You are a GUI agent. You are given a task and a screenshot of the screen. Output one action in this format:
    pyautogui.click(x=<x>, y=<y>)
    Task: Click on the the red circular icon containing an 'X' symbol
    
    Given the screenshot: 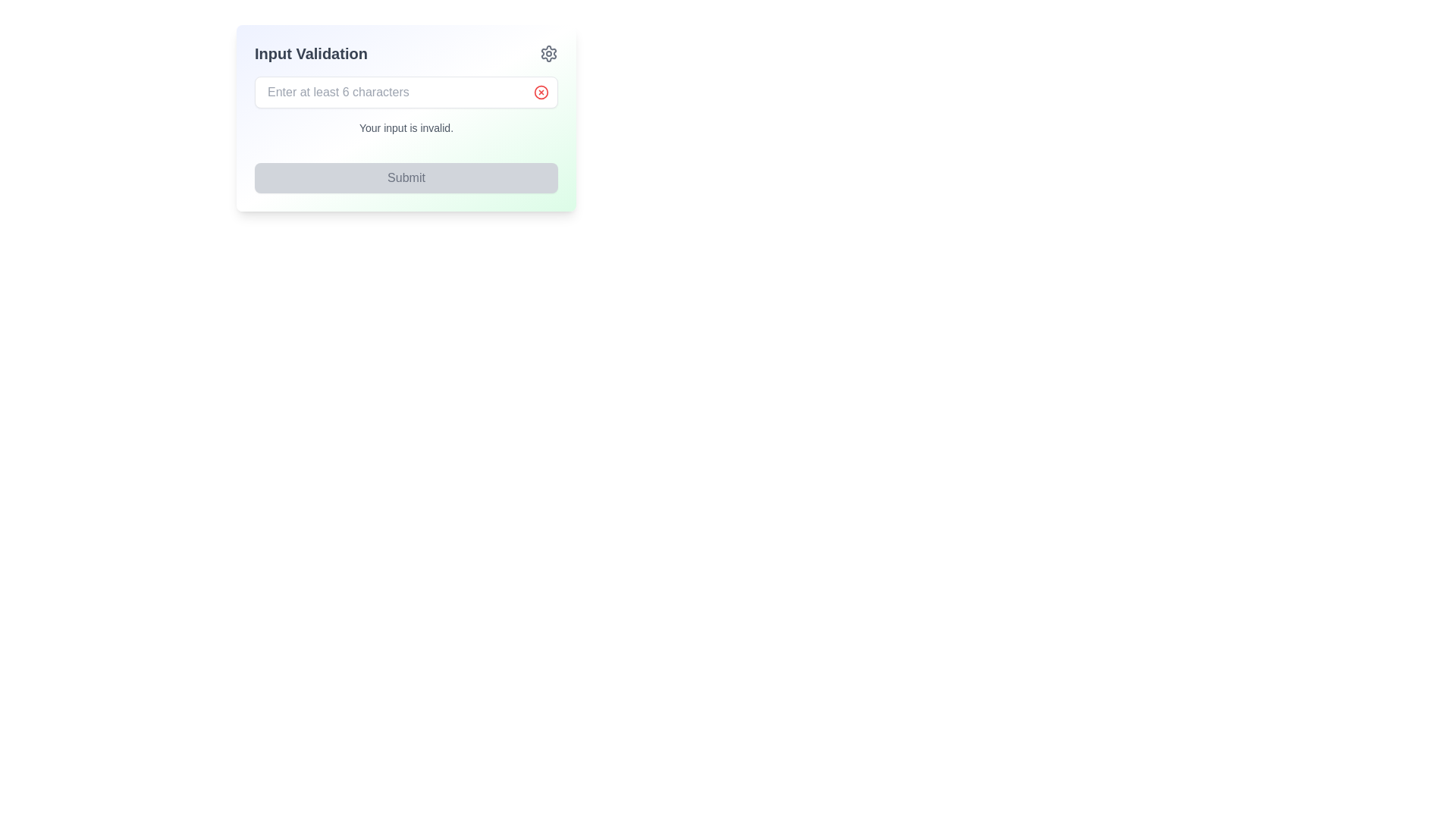 What is the action you would take?
    pyautogui.click(x=541, y=93)
    